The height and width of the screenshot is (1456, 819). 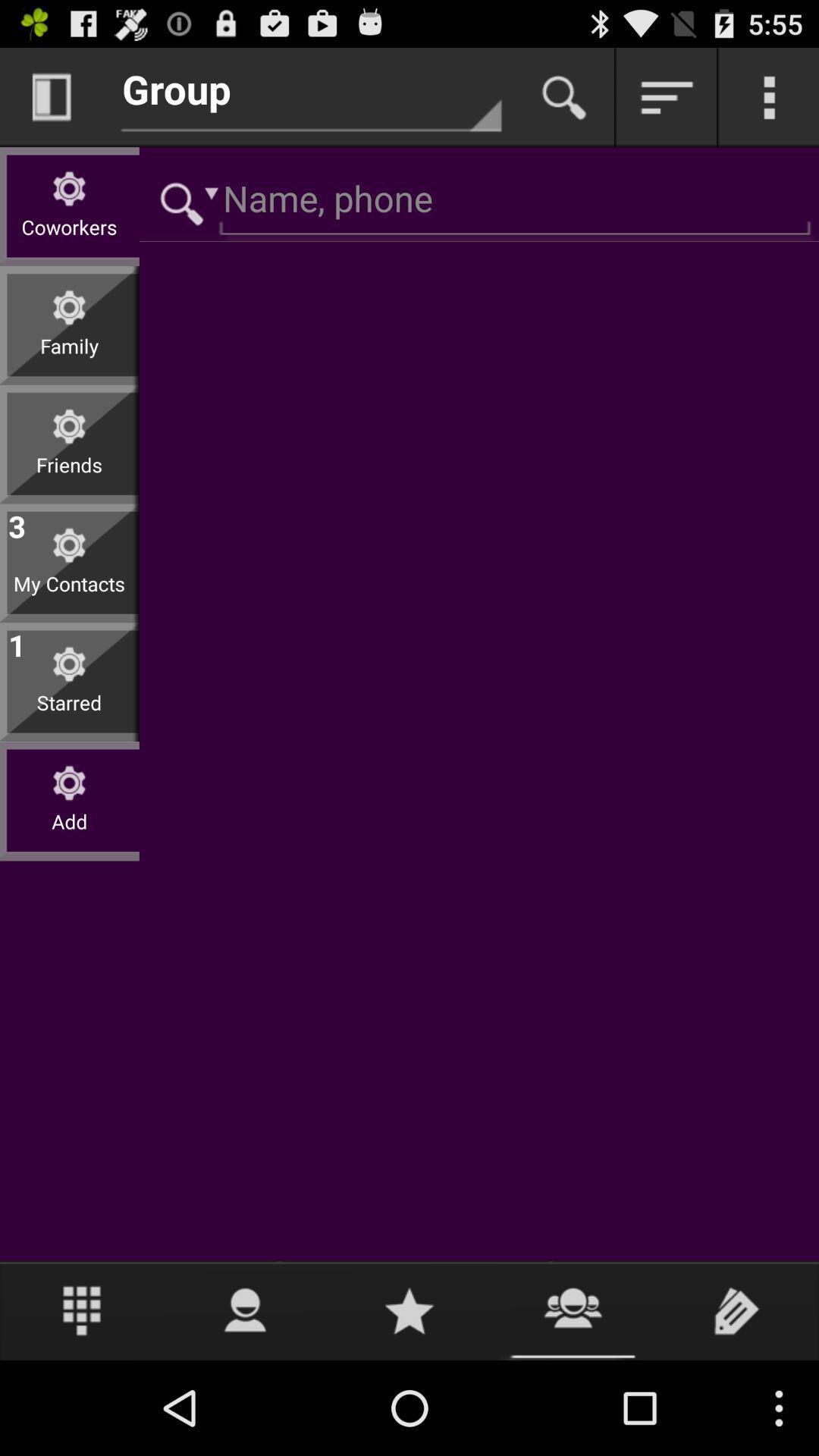 What do you see at coordinates (245, 1310) in the screenshot?
I see `user` at bounding box center [245, 1310].